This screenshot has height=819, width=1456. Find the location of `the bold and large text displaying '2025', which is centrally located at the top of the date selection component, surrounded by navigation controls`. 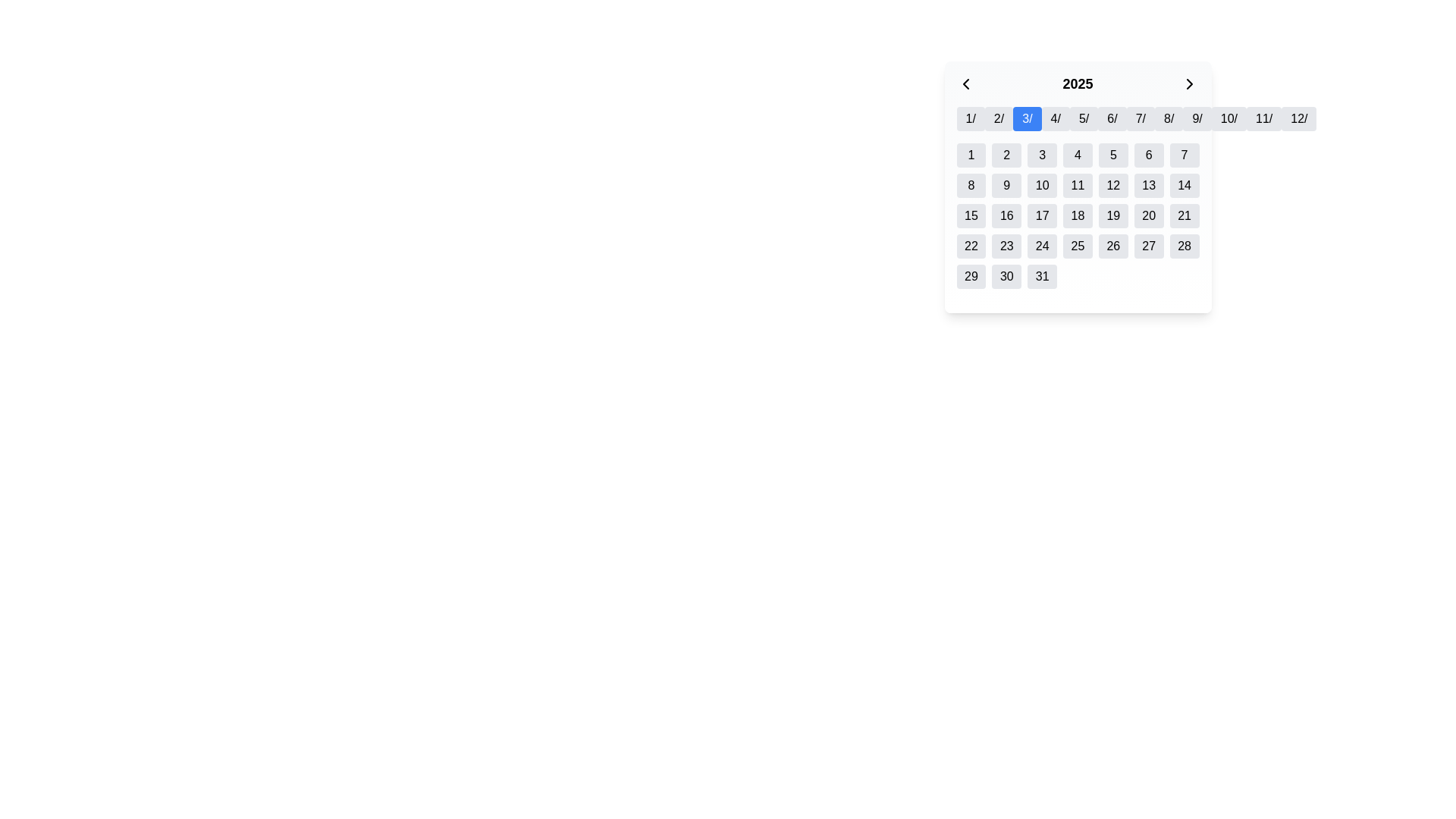

the bold and large text displaying '2025', which is centrally located at the top of the date selection component, surrounded by navigation controls is located at coordinates (1077, 90).